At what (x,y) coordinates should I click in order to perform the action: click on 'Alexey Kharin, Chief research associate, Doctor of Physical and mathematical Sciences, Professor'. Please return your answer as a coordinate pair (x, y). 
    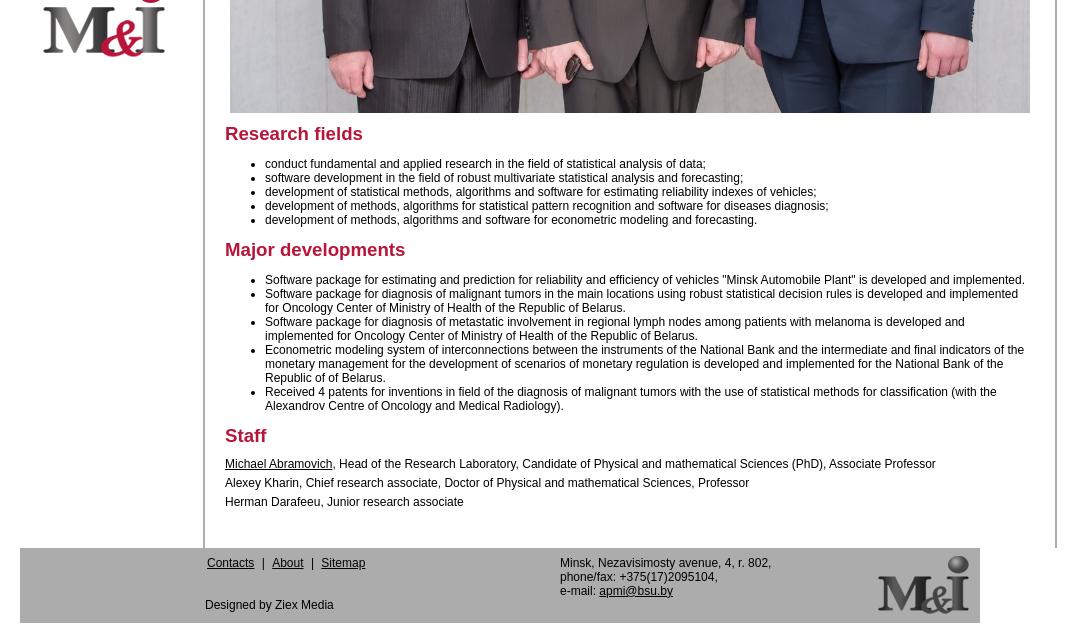
    Looking at the image, I should click on (486, 480).